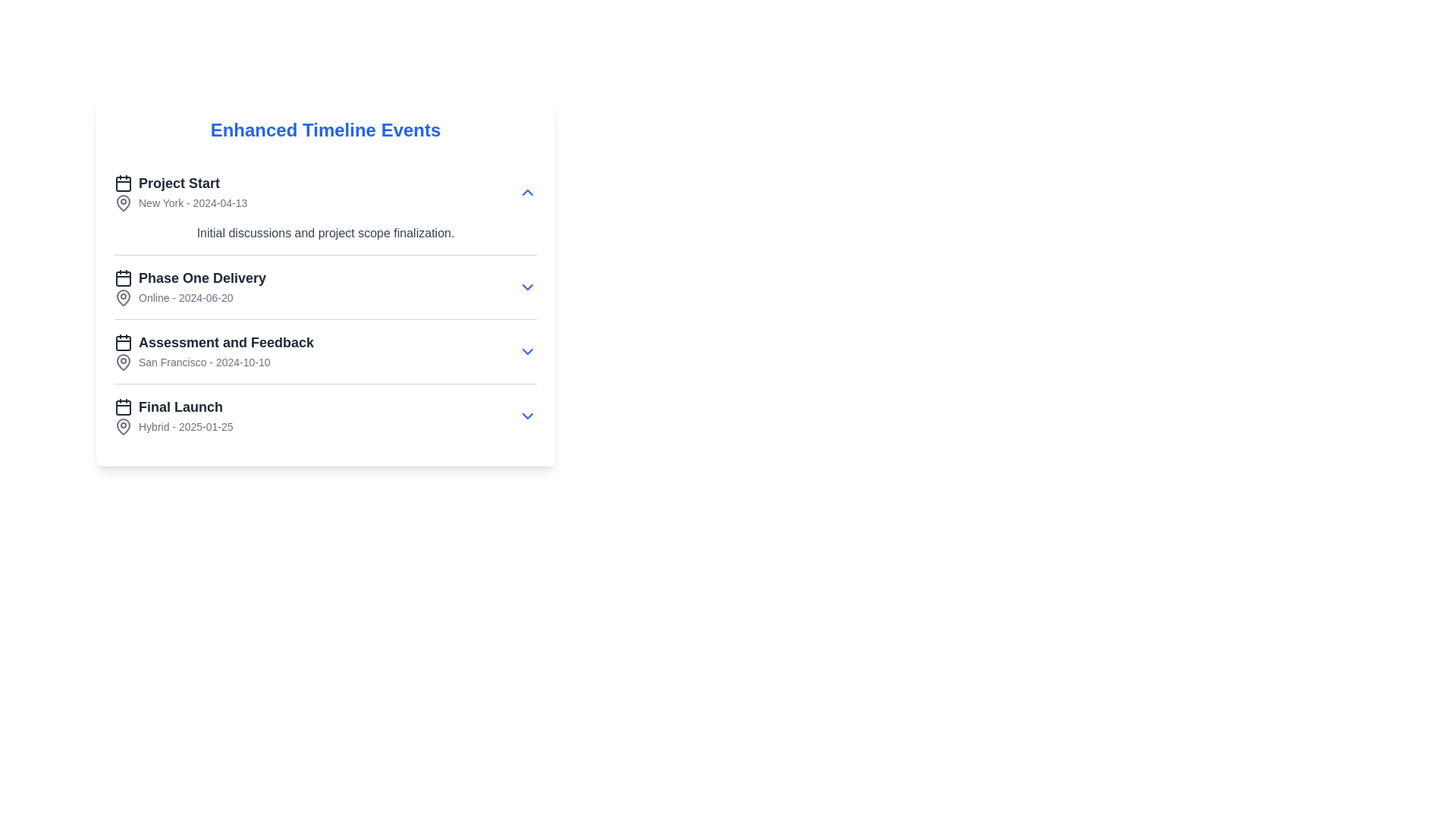 The height and width of the screenshot is (819, 1456). Describe the element at coordinates (325, 416) in the screenshot. I see `the fourth entry in the 'Enhanced Timeline Events' list, which contains an event name, location, and date` at that location.